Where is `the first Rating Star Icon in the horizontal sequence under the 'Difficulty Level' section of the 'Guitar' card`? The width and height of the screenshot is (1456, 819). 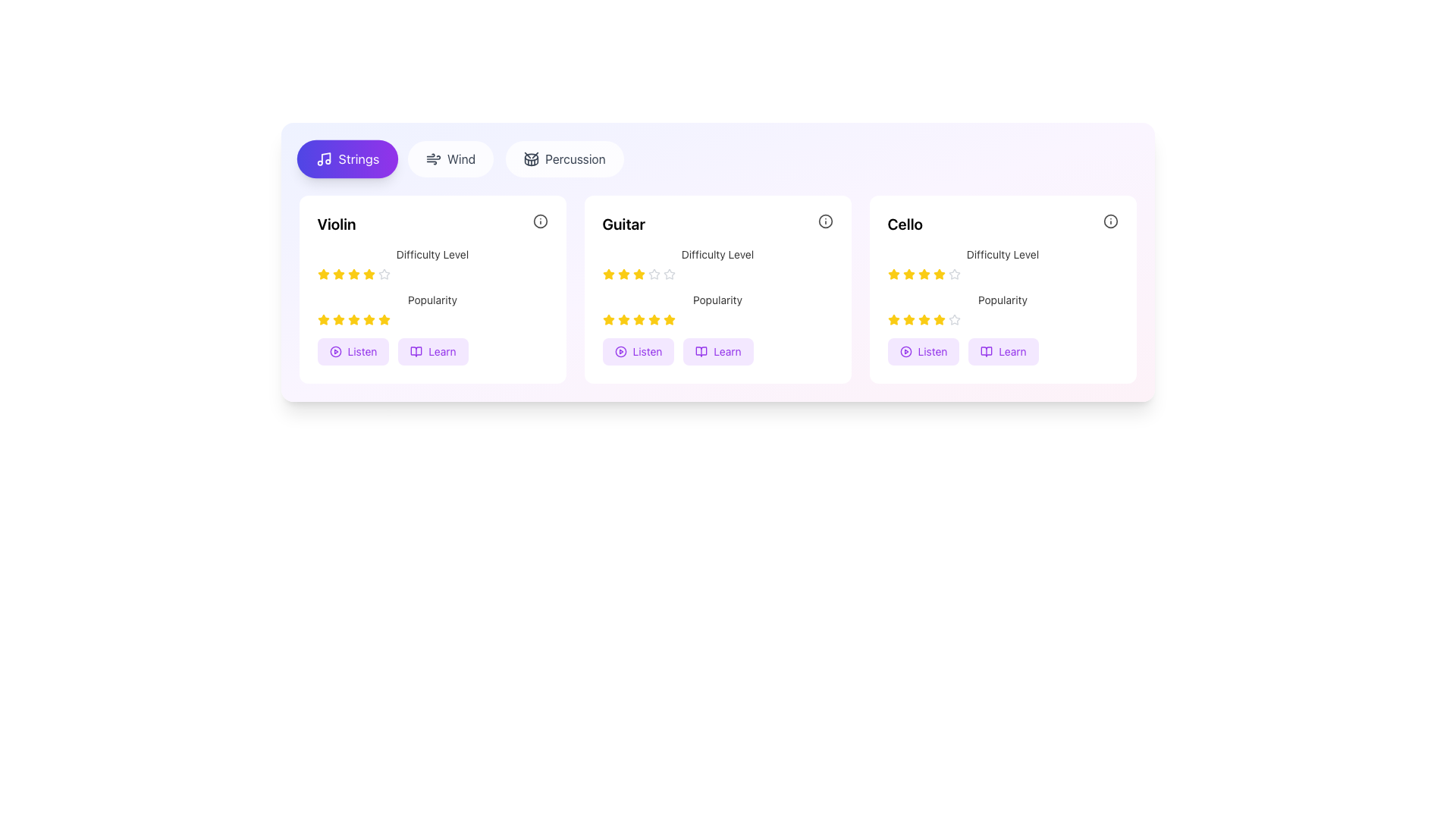 the first Rating Star Icon in the horizontal sequence under the 'Difficulty Level' section of the 'Guitar' card is located at coordinates (623, 274).